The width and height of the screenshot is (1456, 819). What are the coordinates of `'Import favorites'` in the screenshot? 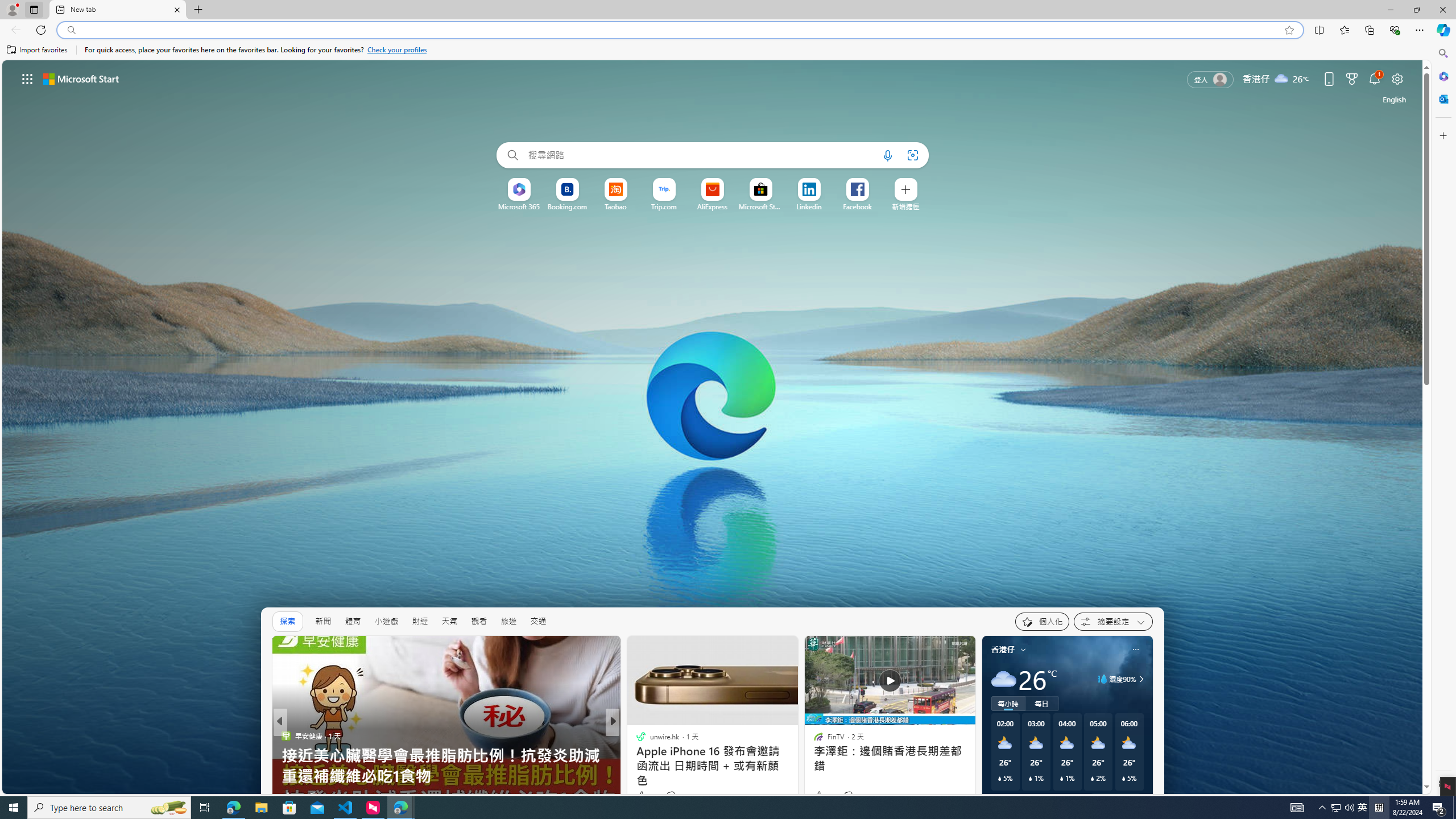 It's located at (37, 49).